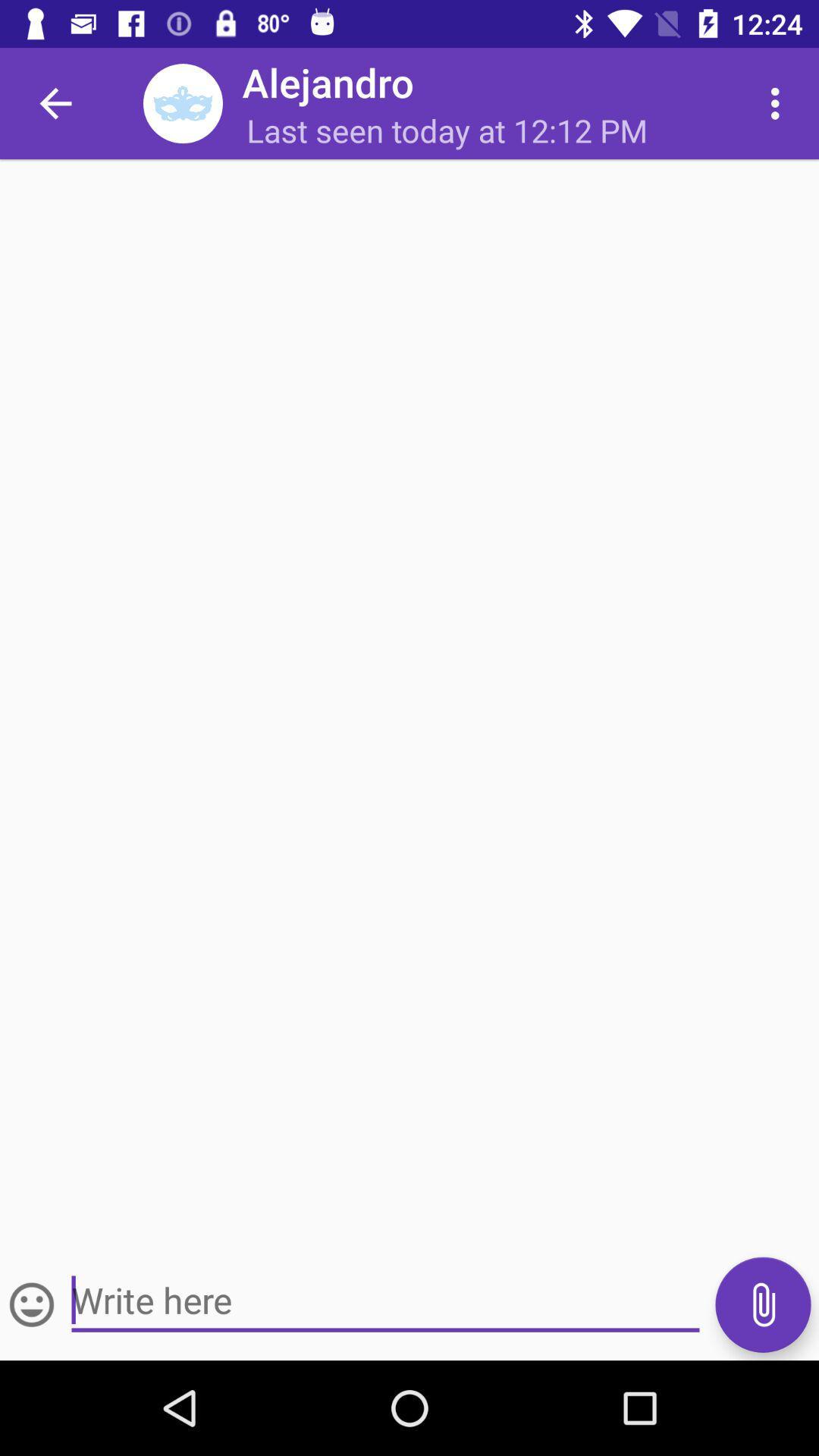 Image resolution: width=819 pixels, height=1456 pixels. What do you see at coordinates (32, 1304) in the screenshot?
I see `emoji` at bounding box center [32, 1304].